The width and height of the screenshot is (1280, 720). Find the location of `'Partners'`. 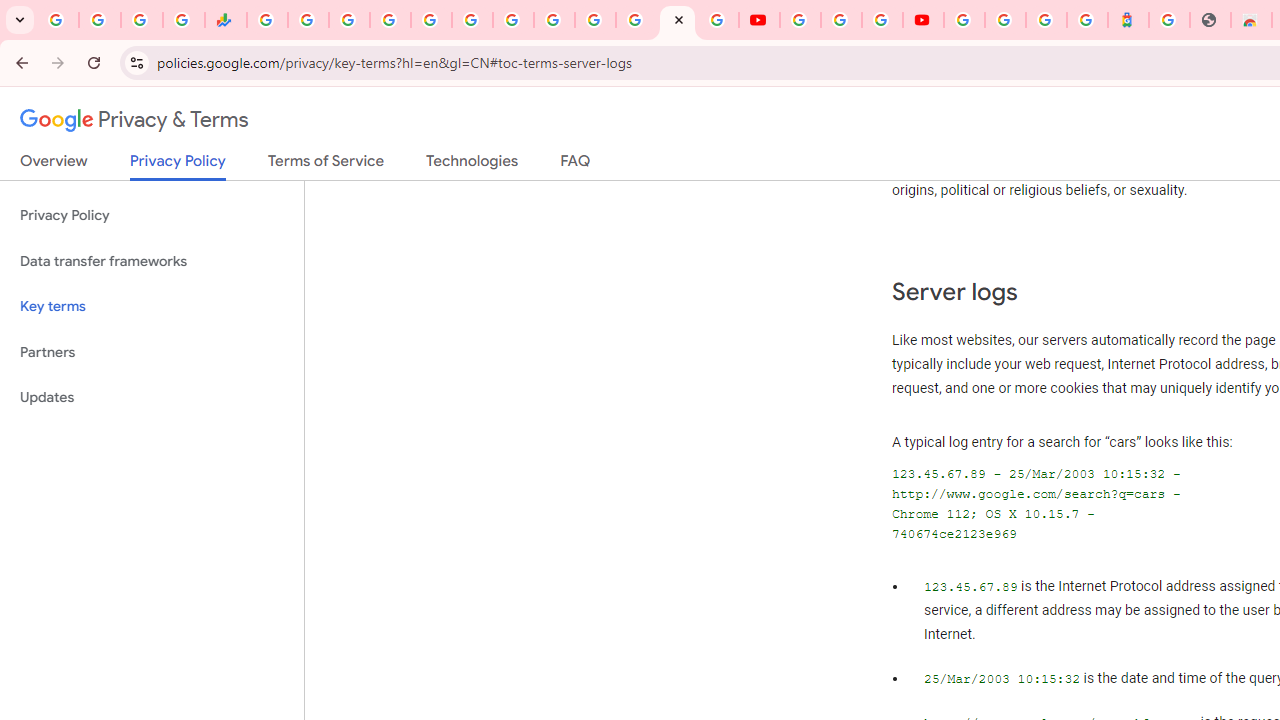

'Partners' is located at coordinates (151, 351).